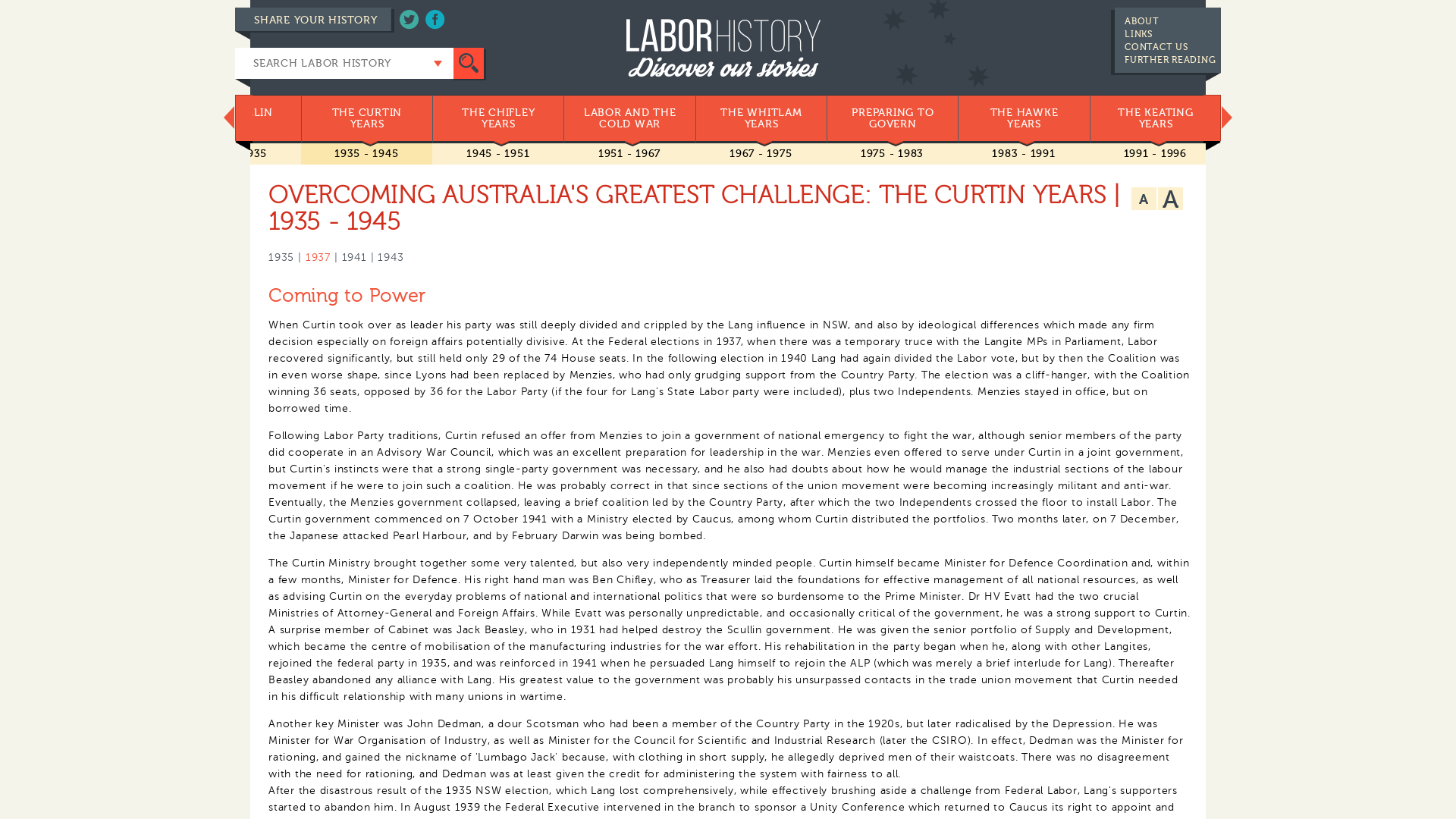 The width and height of the screenshot is (1456, 819). What do you see at coordinates (497, 153) in the screenshot?
I see `'1945 - 1951'` at bounding box center [497, 153].